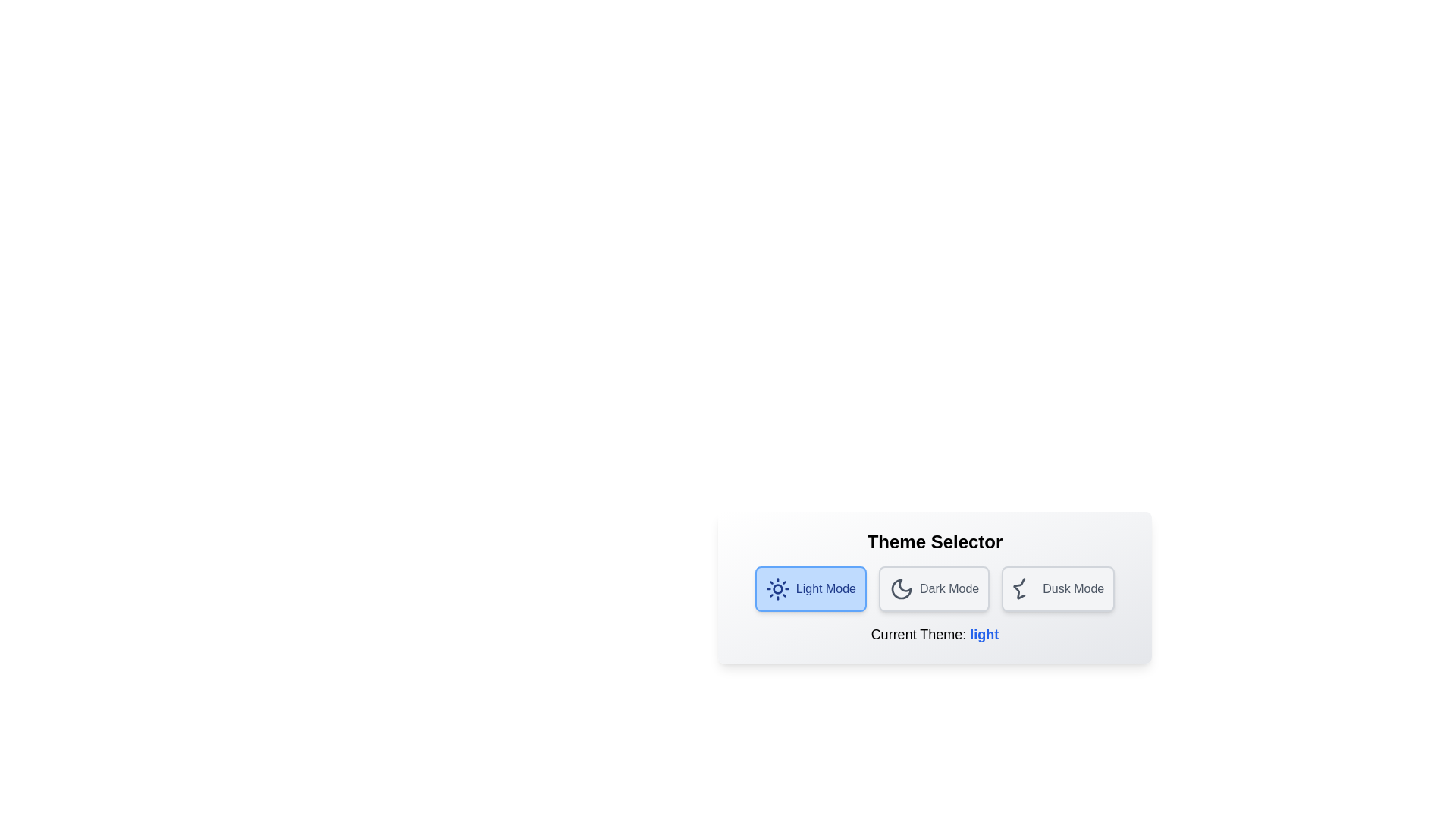 The width and height of the screenshot is (1456, 819). What do you see at coordinates (1057, 588) in the screenshot?
I see `'Dusk Mode' button to select the Dusk theme` at bounding box center [1057, 588].